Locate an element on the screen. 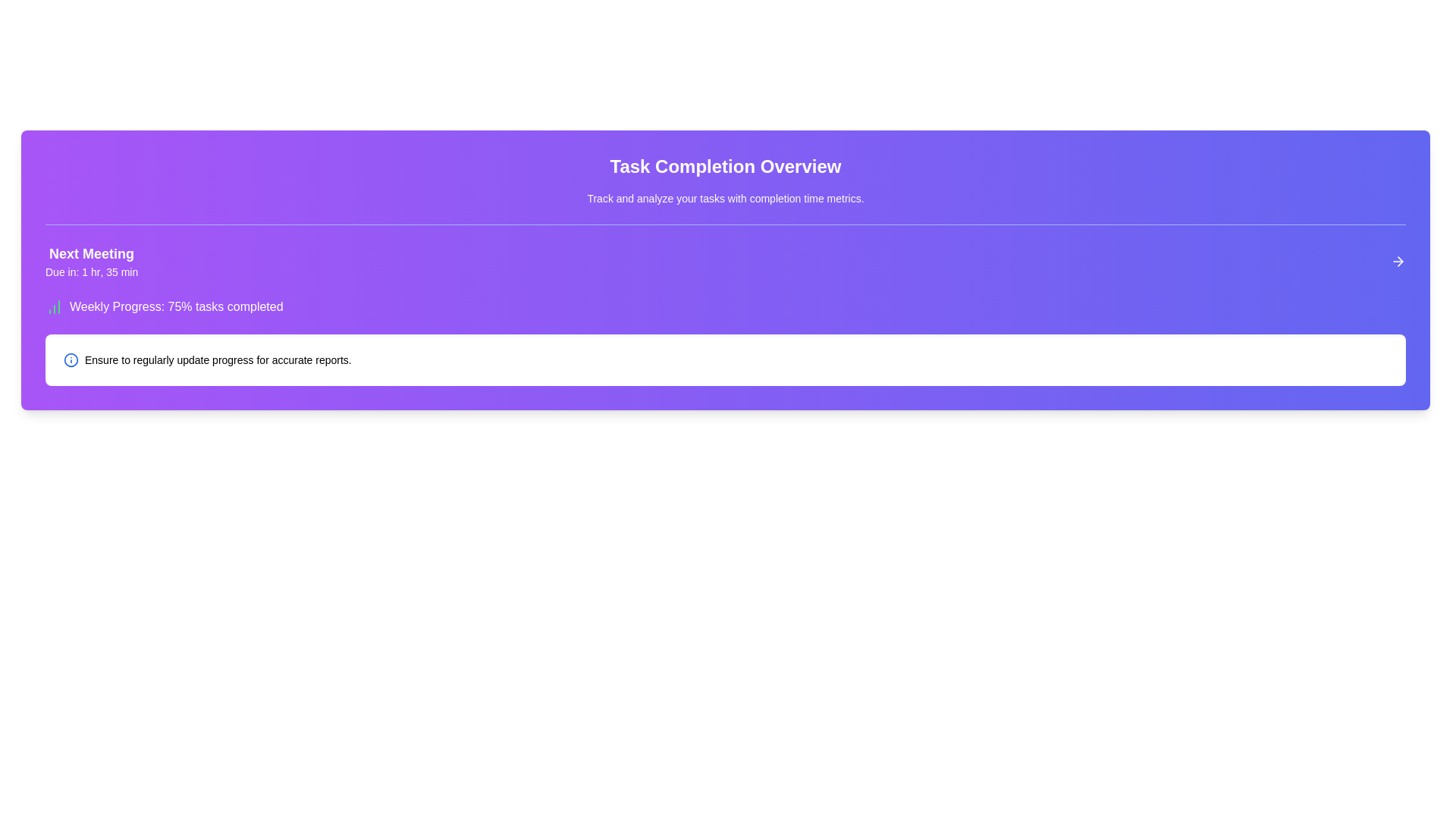  the static text that provides context about the 'Task Completion Overview' section, located immediately below the header is located at coordinates (724, 198).